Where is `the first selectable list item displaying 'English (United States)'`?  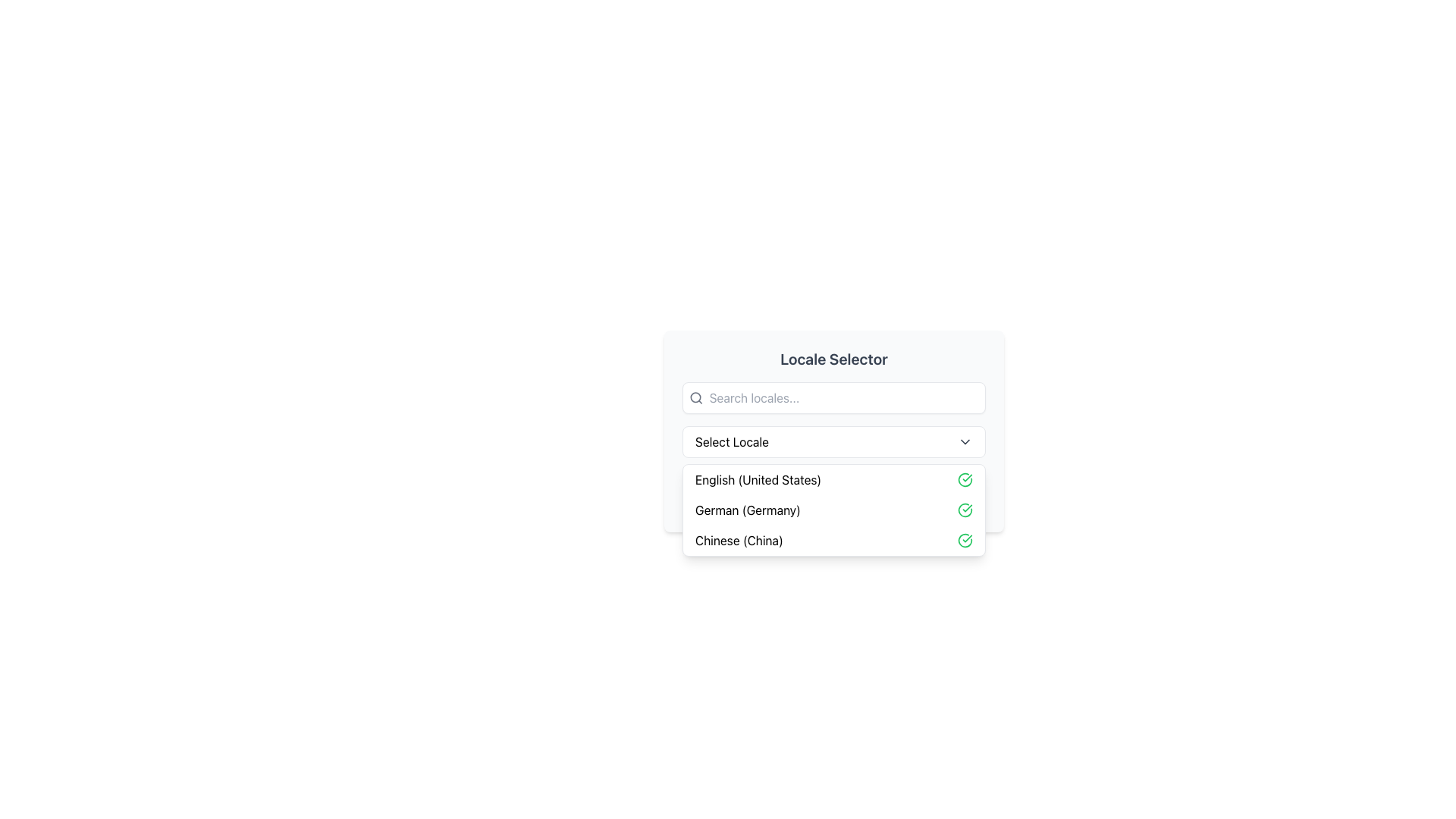 the first selectable list item displaying 'English (United States)' is located at coordinates (833, 479).